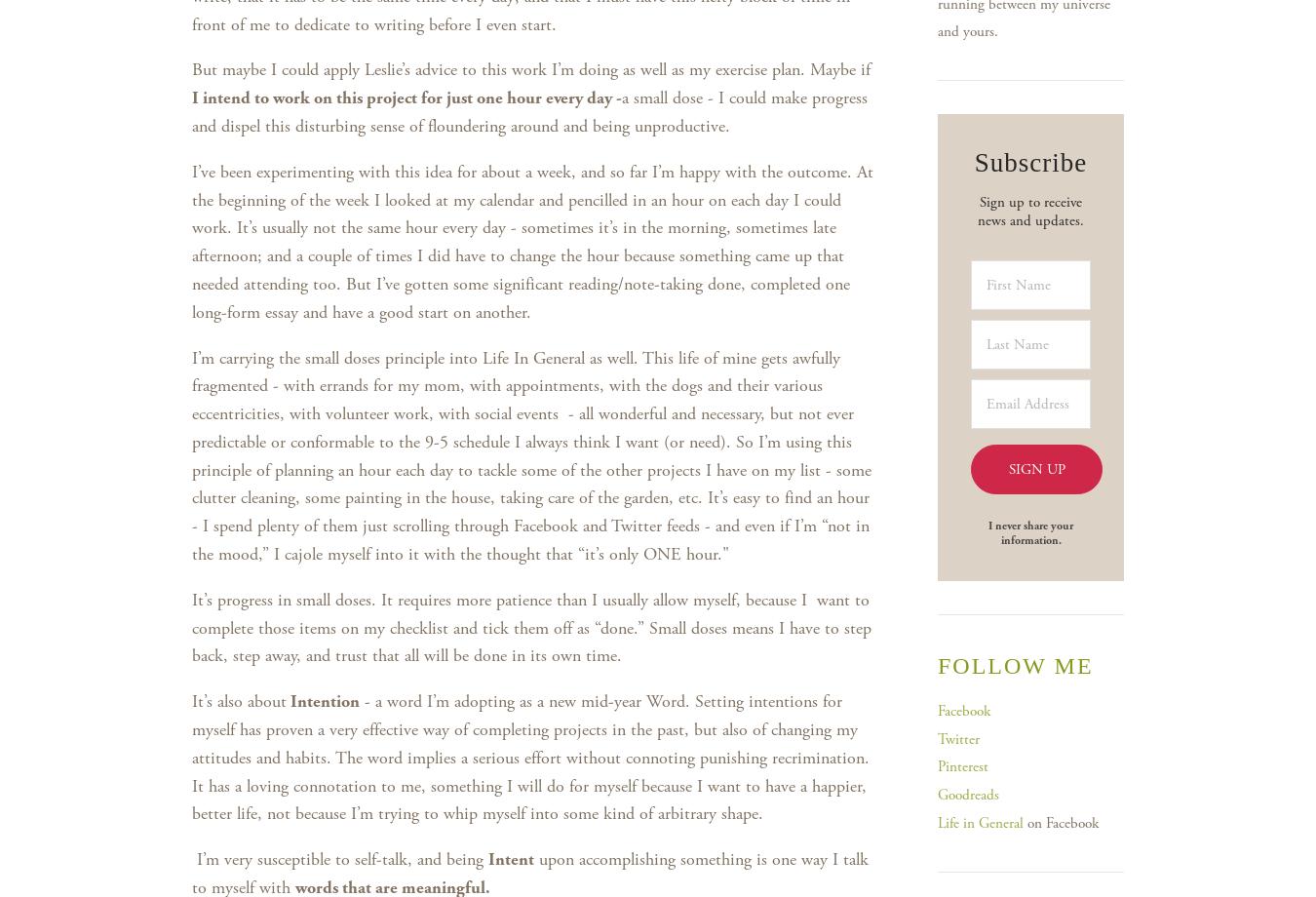 This screenshot has width=1316, height=897. I want to click on 'It’s progress in small doses. It requires more patience than I usually allow myself, because I  want to complete those items on my checklist and tick them off as “done.” Small doses means I have to step back, step away, and trust that all will be done in its own time.', so click(530, 626).